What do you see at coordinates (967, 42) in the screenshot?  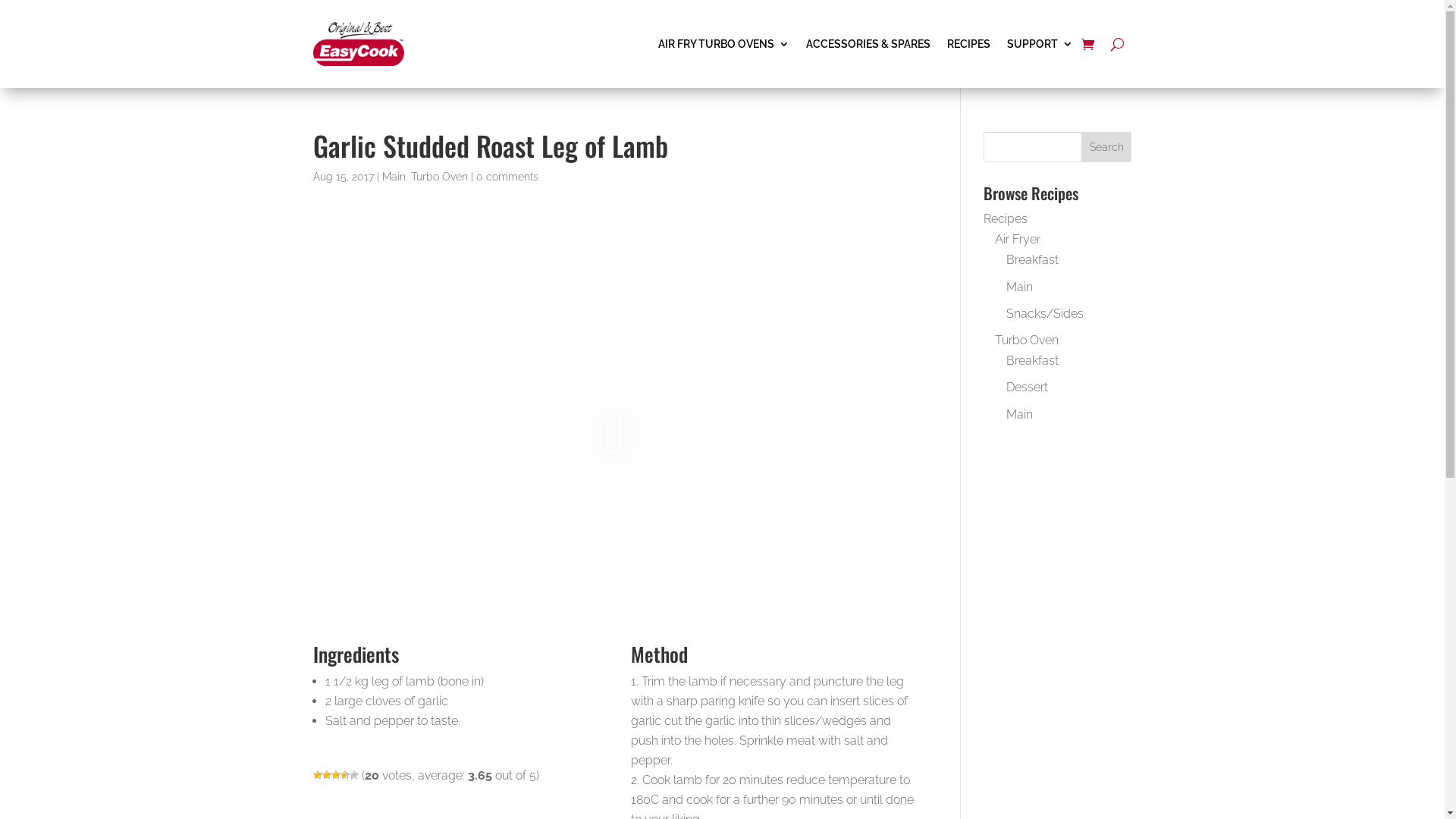 I see `'RECIPES'` at bounding box center [967, 42].